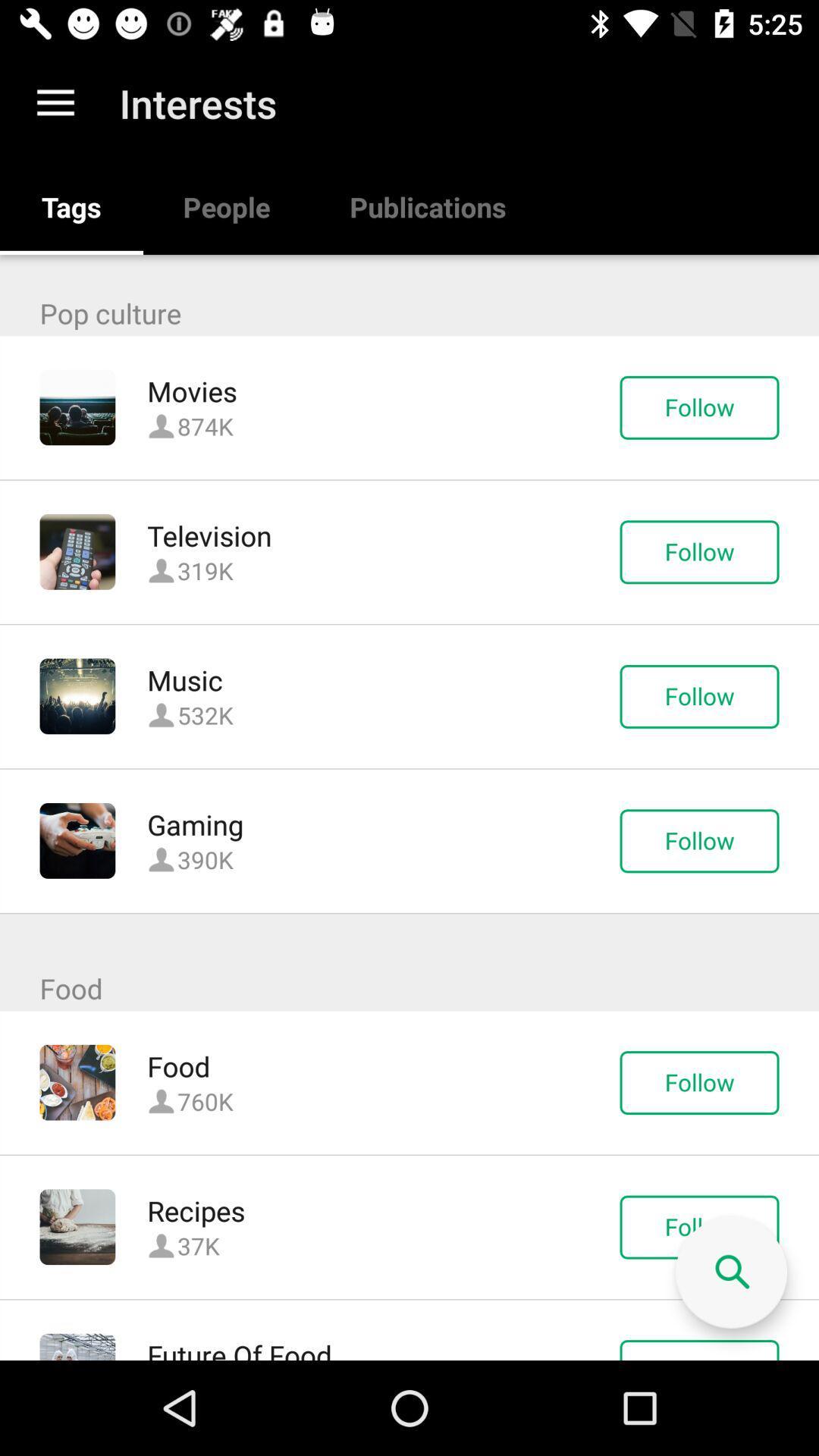 This screenshot has width=819, height=1456. What do you see at coordinates (730, 1272) in the screenshot?
I see `search` at bounding box center [730, 1272].